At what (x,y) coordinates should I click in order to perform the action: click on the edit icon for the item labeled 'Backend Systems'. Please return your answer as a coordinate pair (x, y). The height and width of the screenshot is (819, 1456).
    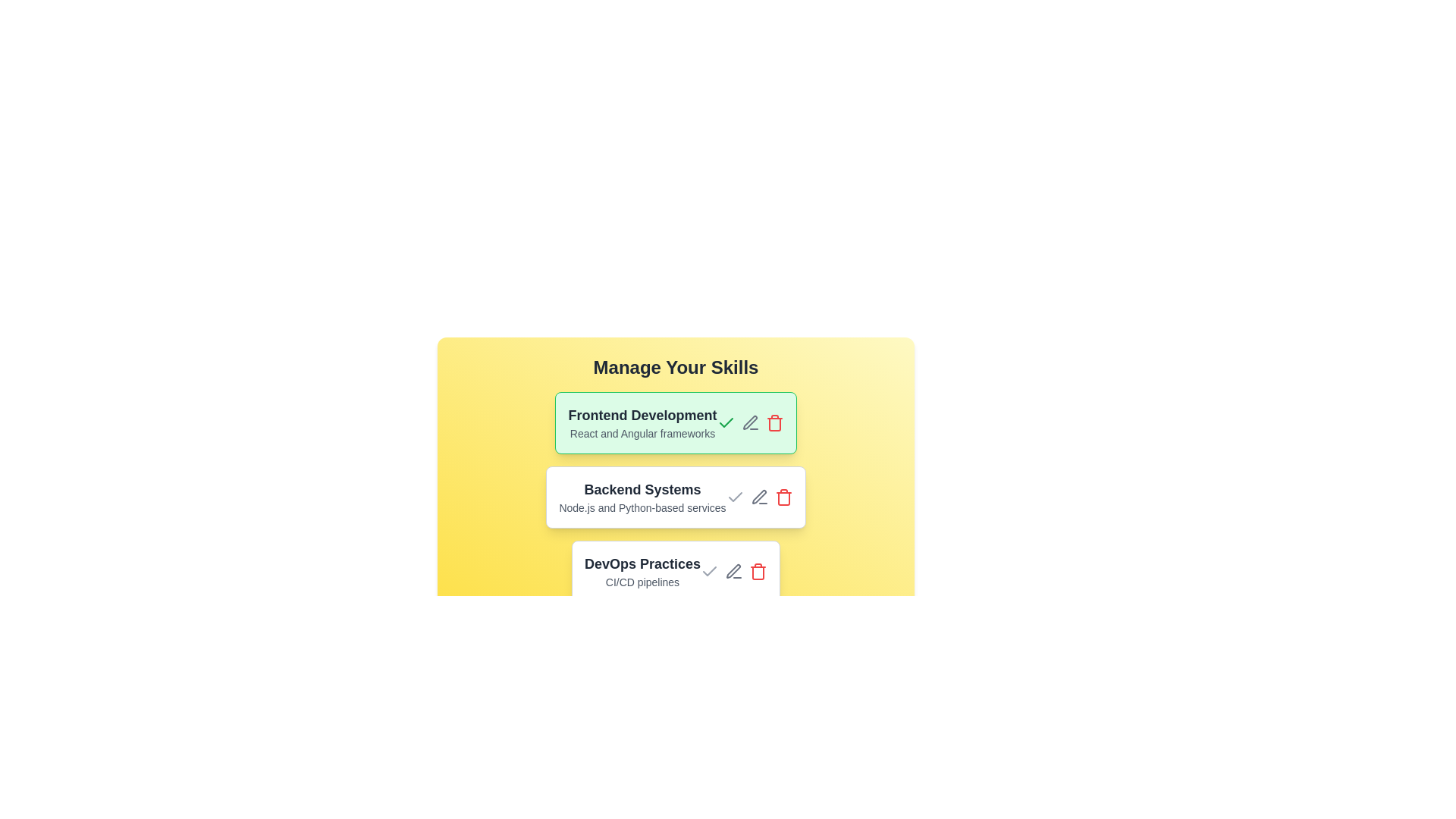
    Looking at the image, I should click on (759, 497).